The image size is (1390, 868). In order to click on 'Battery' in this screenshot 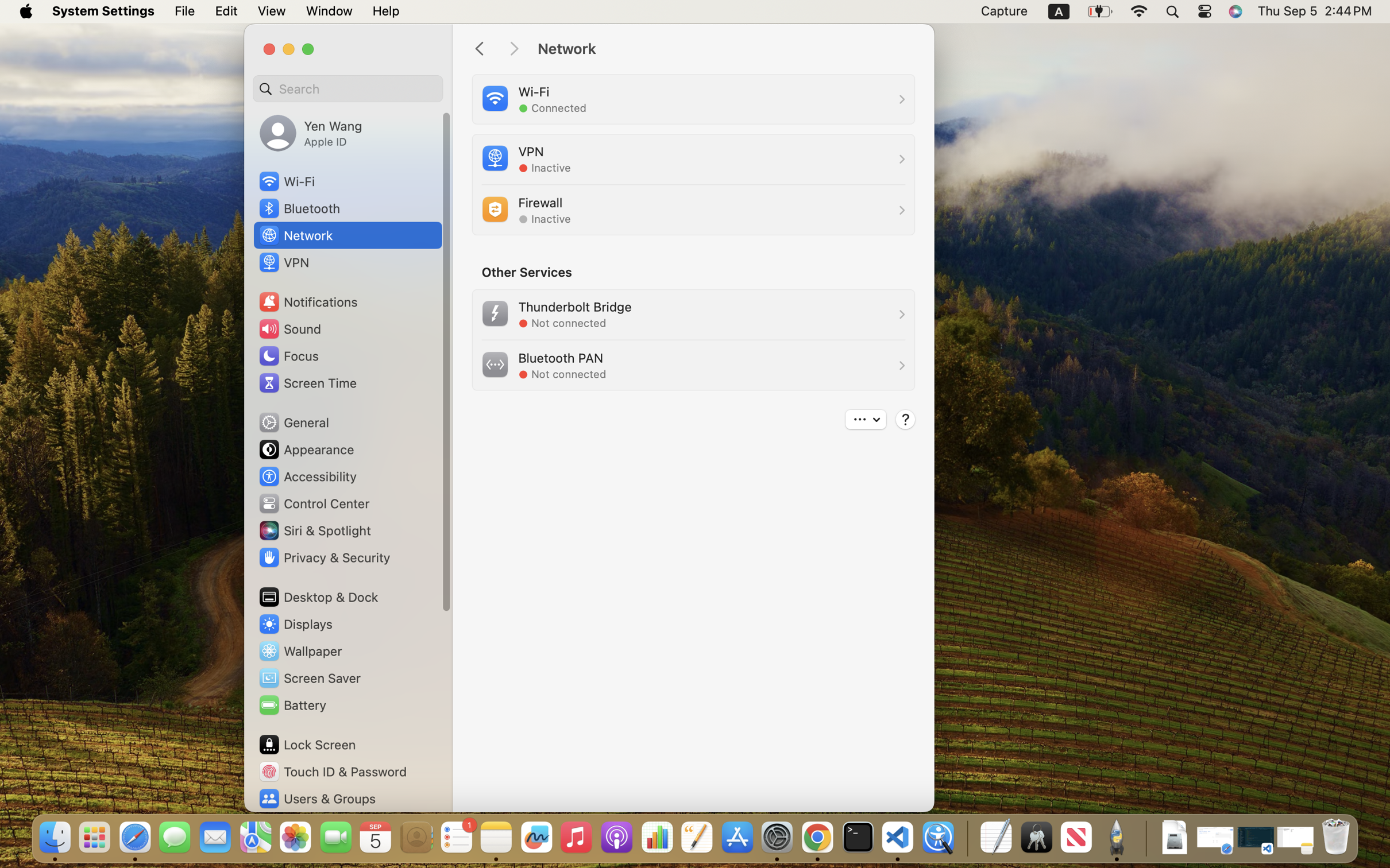, I will do `click(292, 704)`.